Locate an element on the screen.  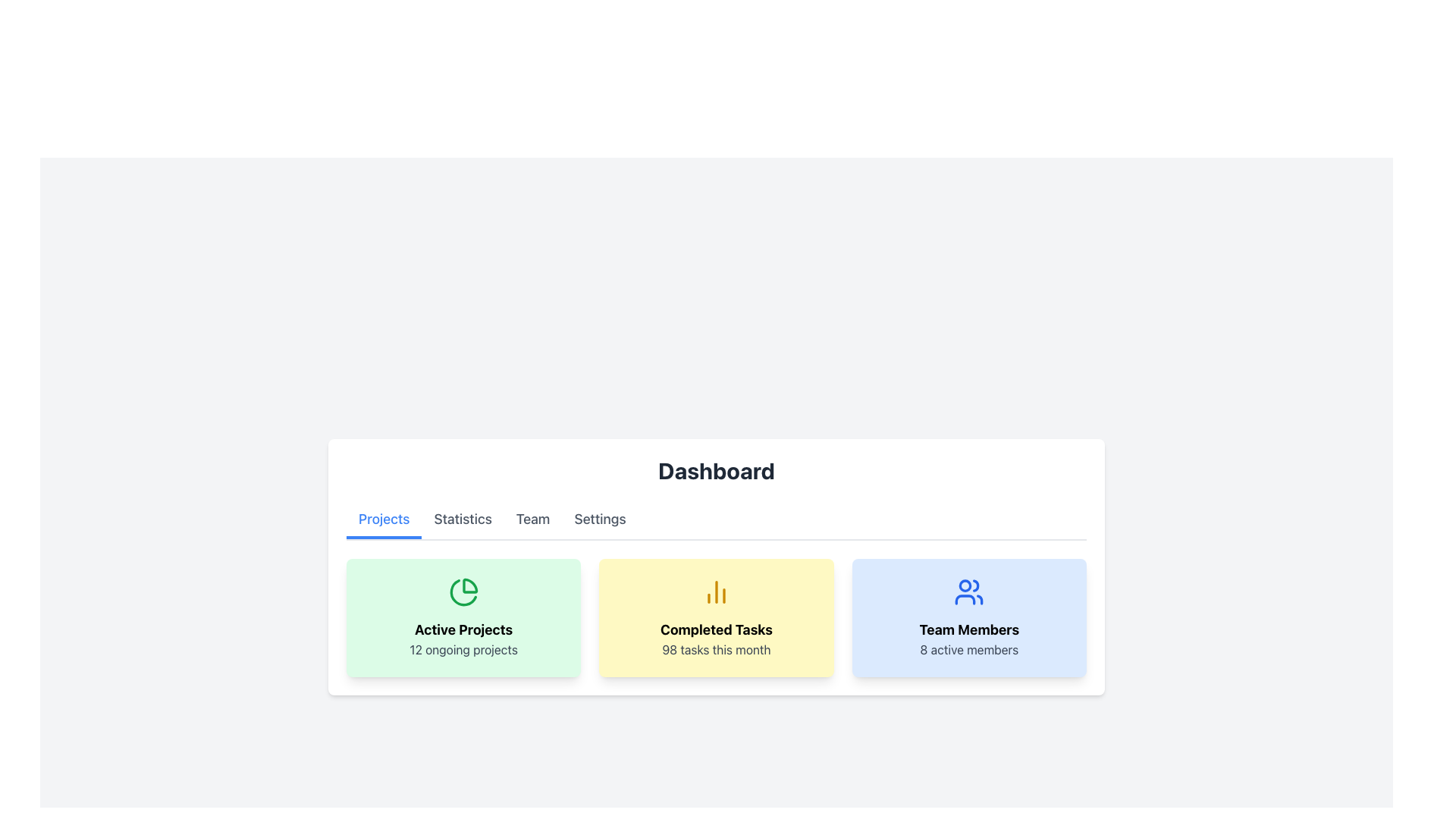
text label that summarizes the number of completed tasks for the month, located in the center yellow card below the bar chart icon is located at coordinates (716, 629).